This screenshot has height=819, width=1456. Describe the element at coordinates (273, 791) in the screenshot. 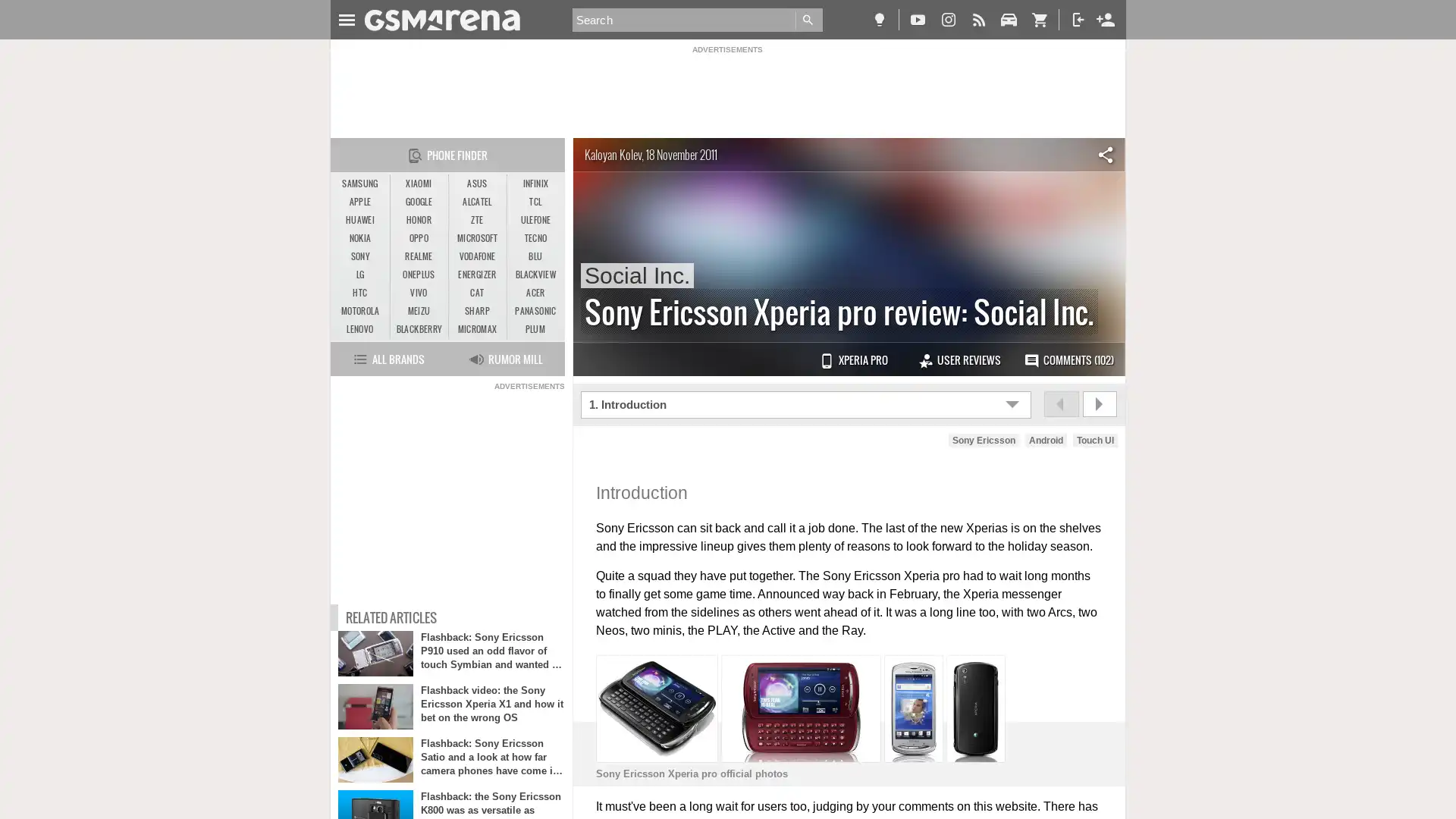

I see `Agree and proceed` at that location.